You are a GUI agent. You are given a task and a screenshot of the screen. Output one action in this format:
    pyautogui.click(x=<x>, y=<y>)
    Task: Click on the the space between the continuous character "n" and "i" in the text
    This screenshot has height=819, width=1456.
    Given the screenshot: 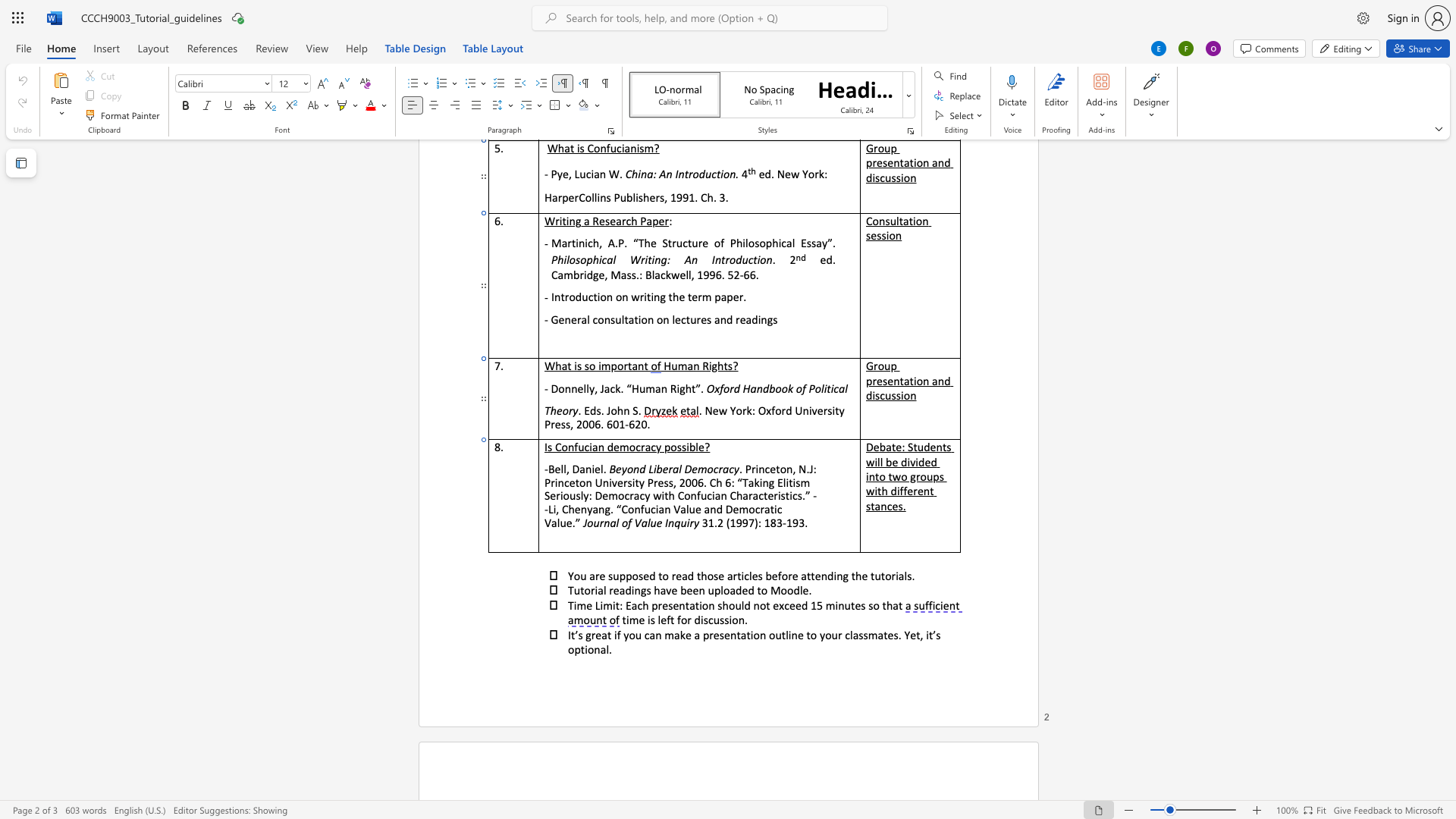 What is the action you would take?
    pyautogui.click(x=590, y=468)
    